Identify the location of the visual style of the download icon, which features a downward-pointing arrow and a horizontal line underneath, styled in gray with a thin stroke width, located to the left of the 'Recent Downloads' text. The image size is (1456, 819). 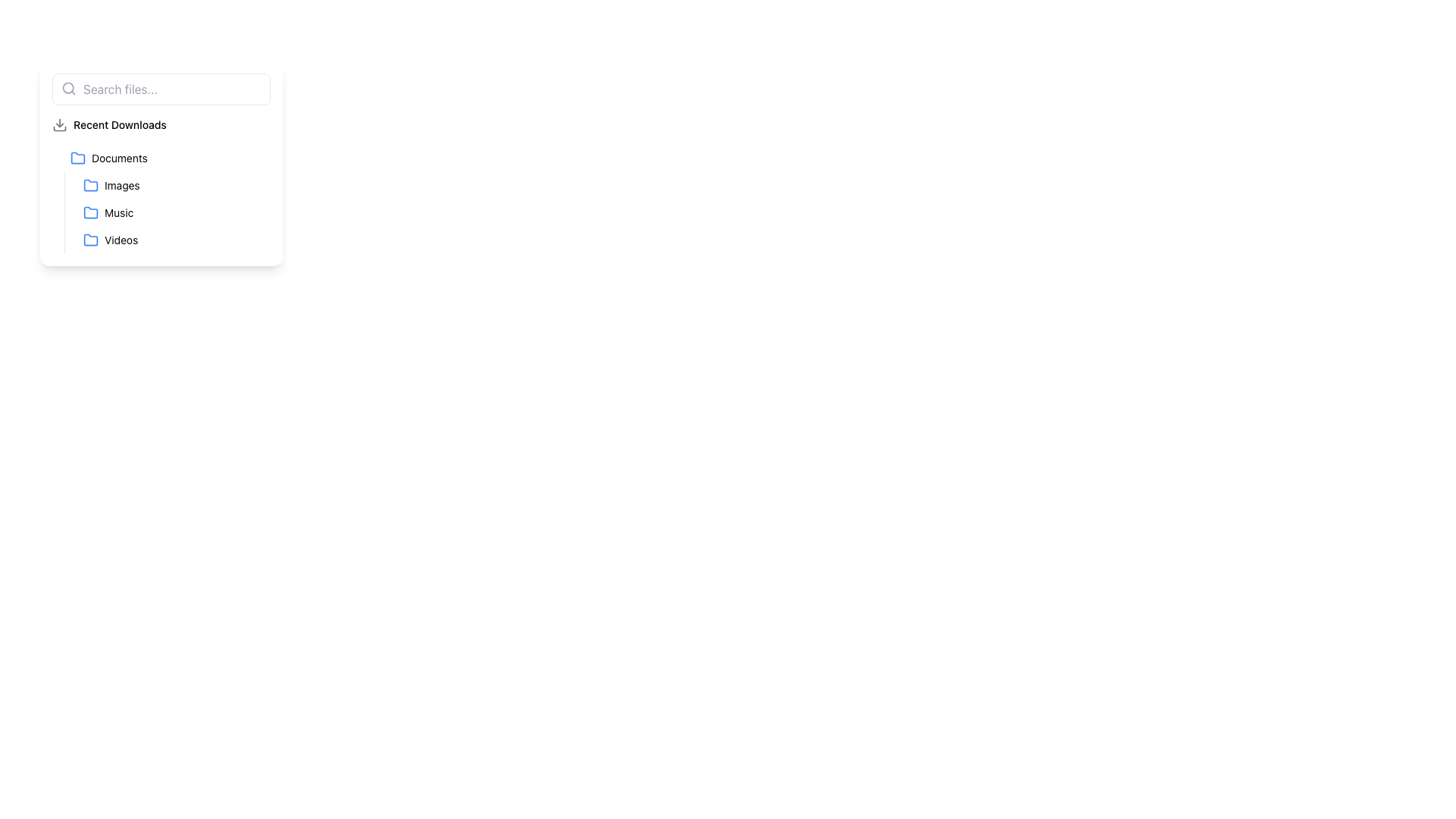
(59, 124).